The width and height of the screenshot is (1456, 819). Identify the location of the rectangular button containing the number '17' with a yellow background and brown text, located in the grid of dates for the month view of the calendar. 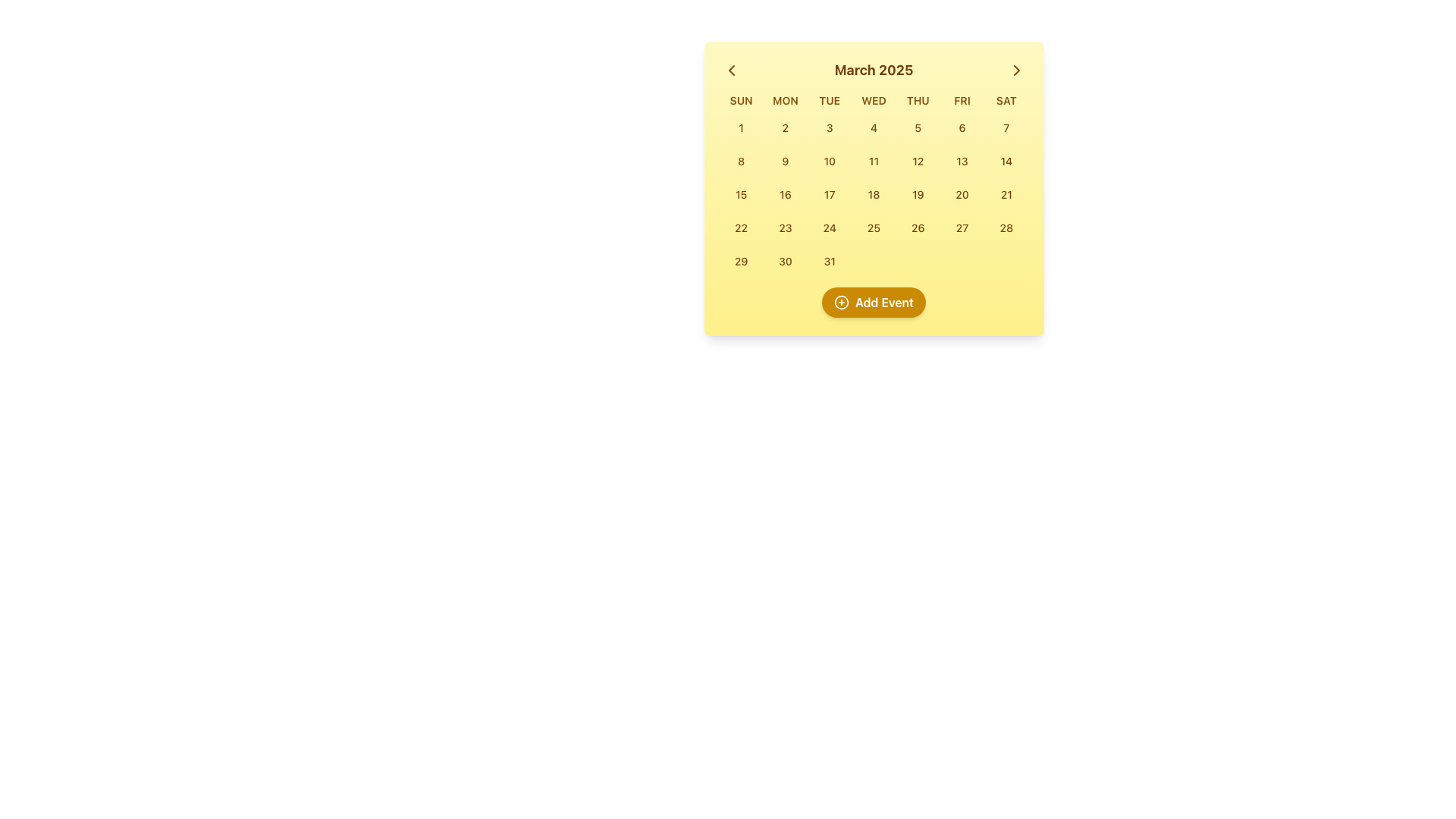
(829, 194).